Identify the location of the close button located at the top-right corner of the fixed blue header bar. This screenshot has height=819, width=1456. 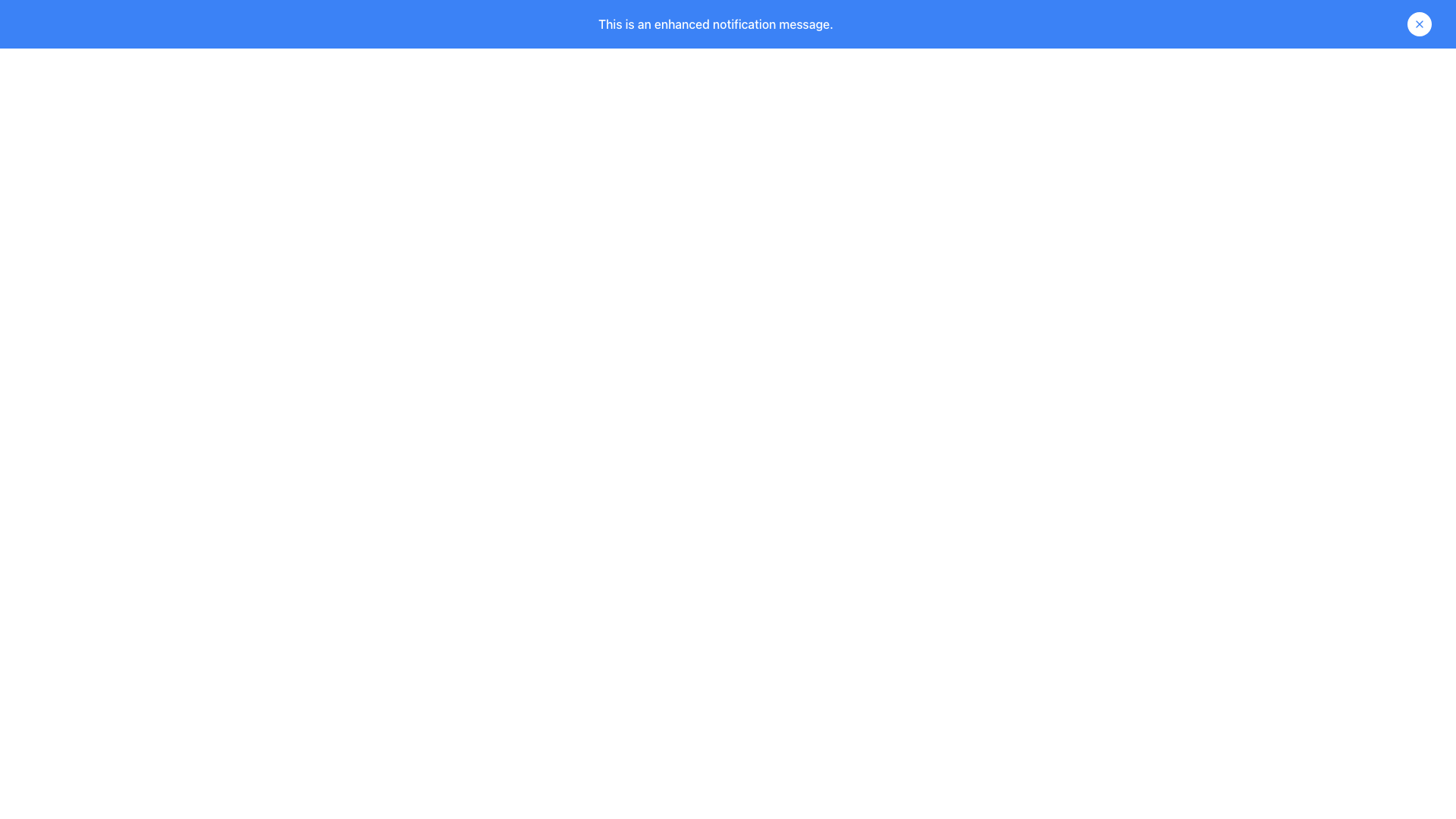
(1419, 24).